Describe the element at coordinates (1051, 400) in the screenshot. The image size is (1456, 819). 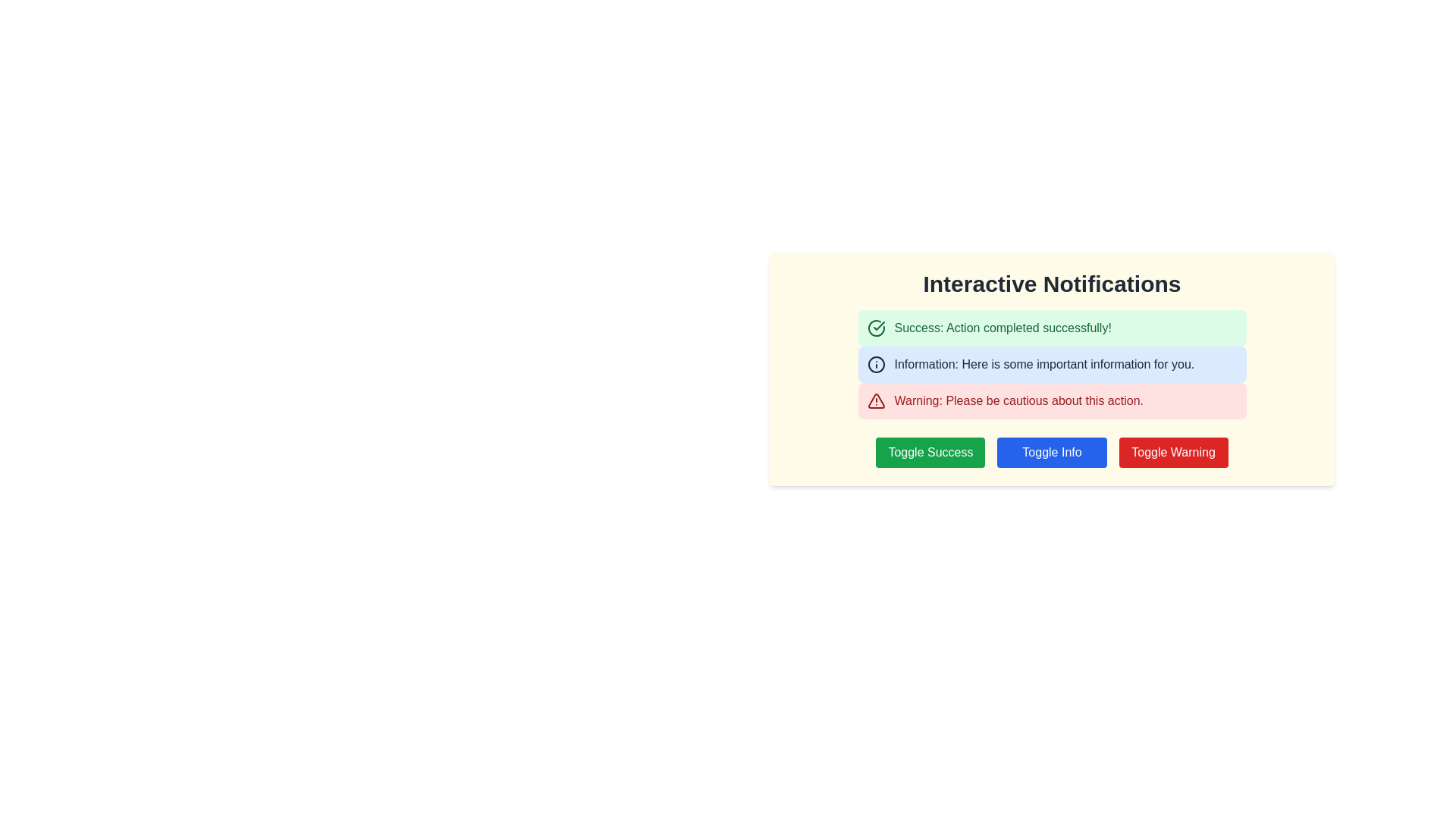
I see `warning message displayed in the Notification box, which is the third notification under 'Interactive Notifications', located between the blue 'Information' notification and the buttons at the bottom` at that location.